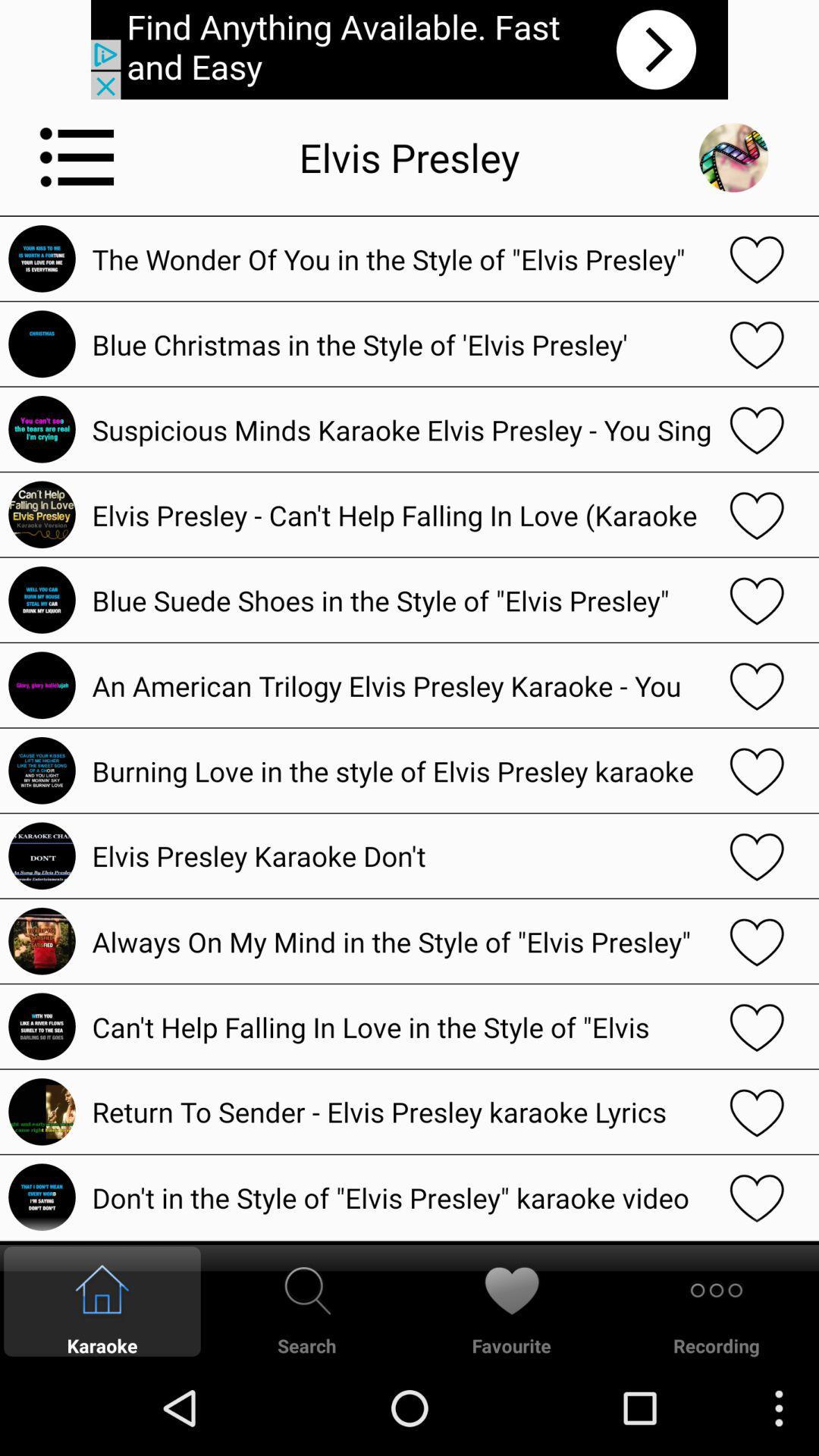 The height and width of the screenshot is (1456, 819). Describe the element at coordinates (757, 259) in the screenshot. I see `this song` at that location.